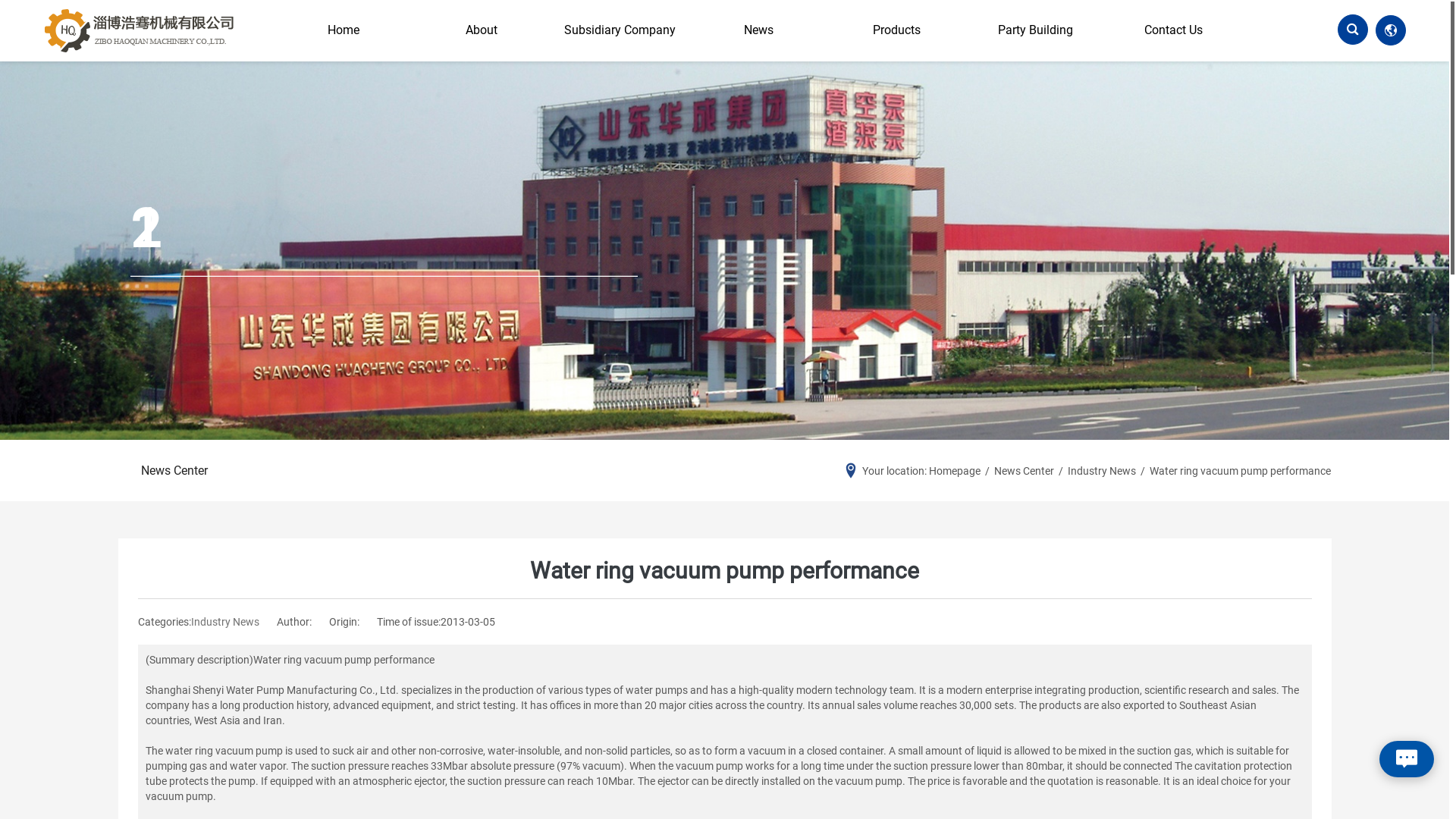 The width and height of the screenshot is (1456, 819). I want to click on 'Homepage', so click(953, 470).